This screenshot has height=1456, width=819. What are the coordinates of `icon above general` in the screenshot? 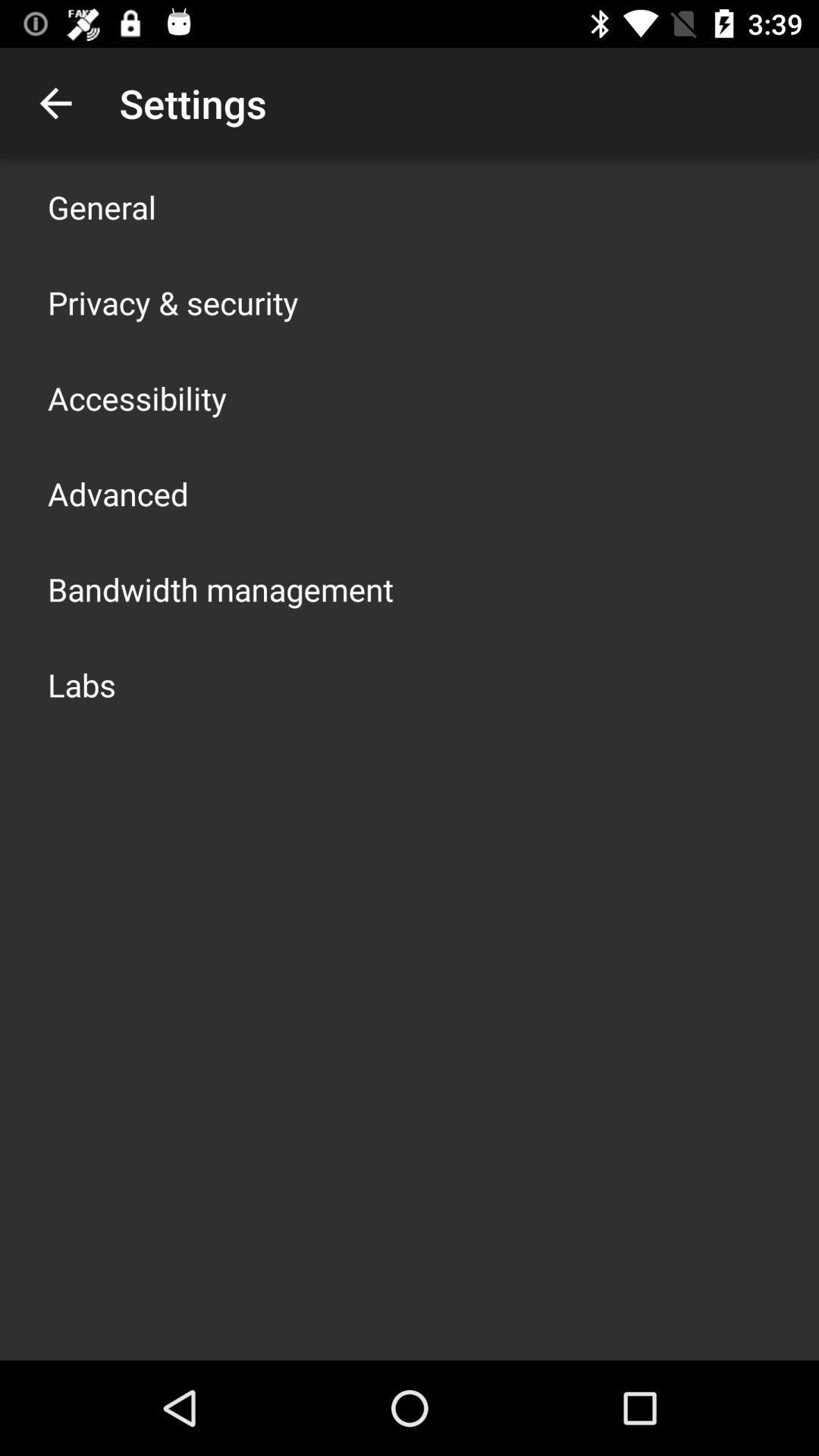 It's located at (55, 102).